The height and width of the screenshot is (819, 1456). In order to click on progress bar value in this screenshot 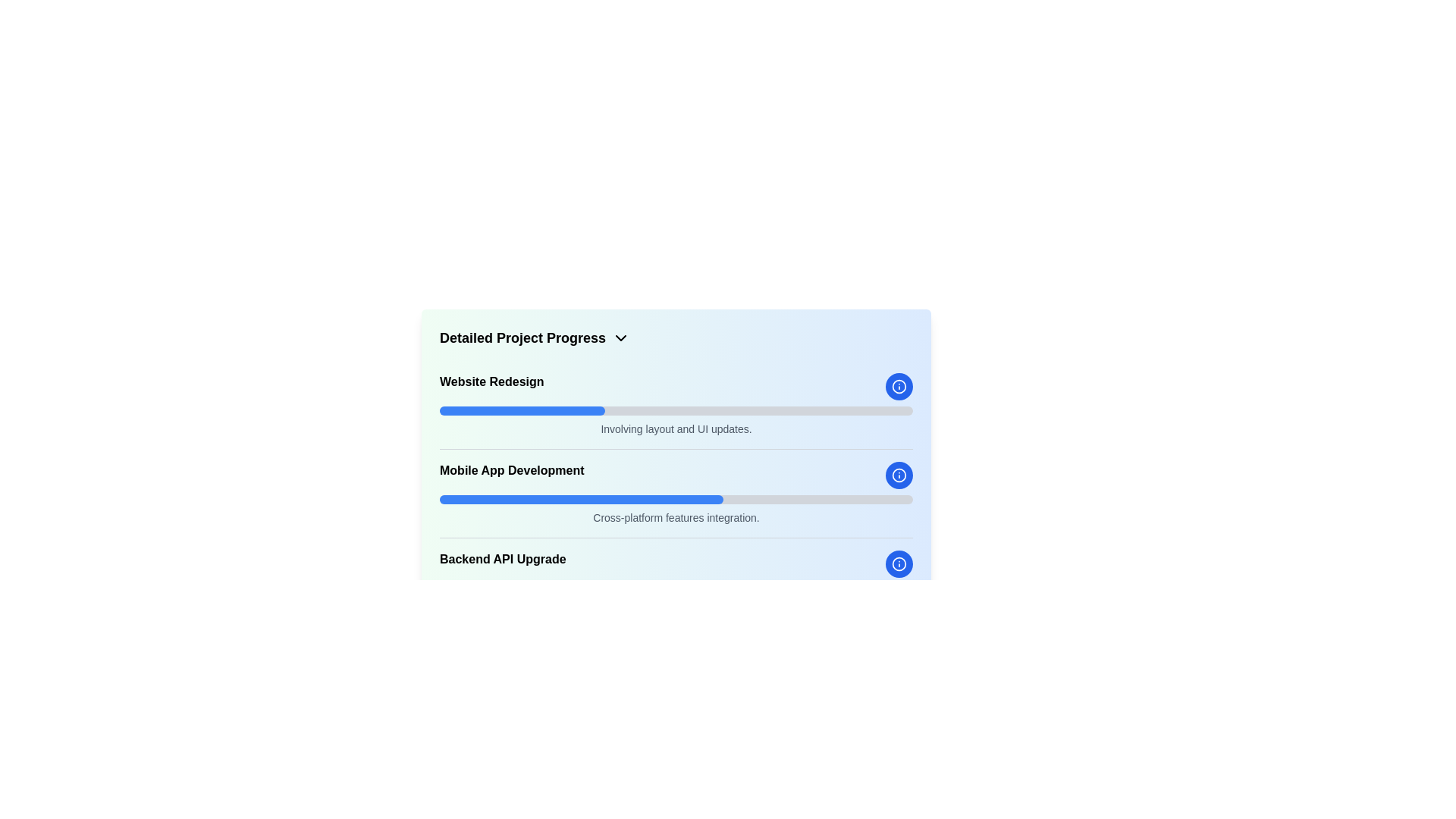, I will do `click(827, 500)`.